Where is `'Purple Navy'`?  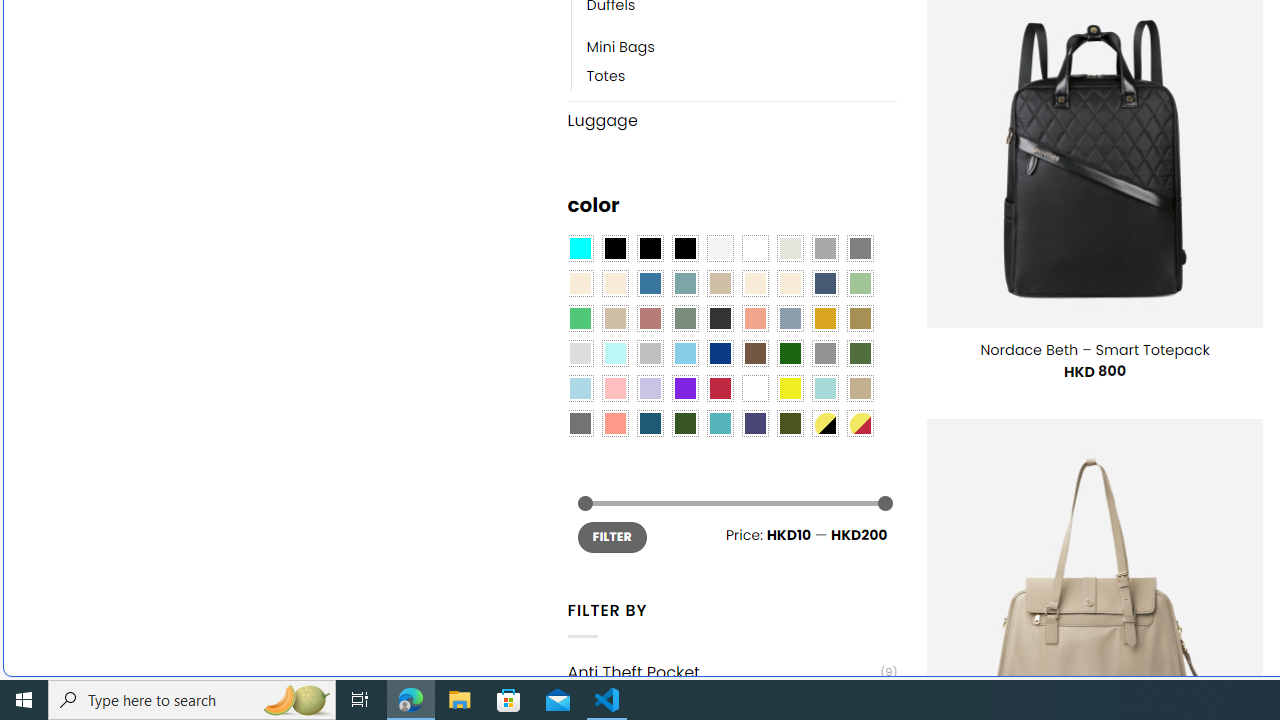
'Purple Navy' is located at coordinates (754, 423).